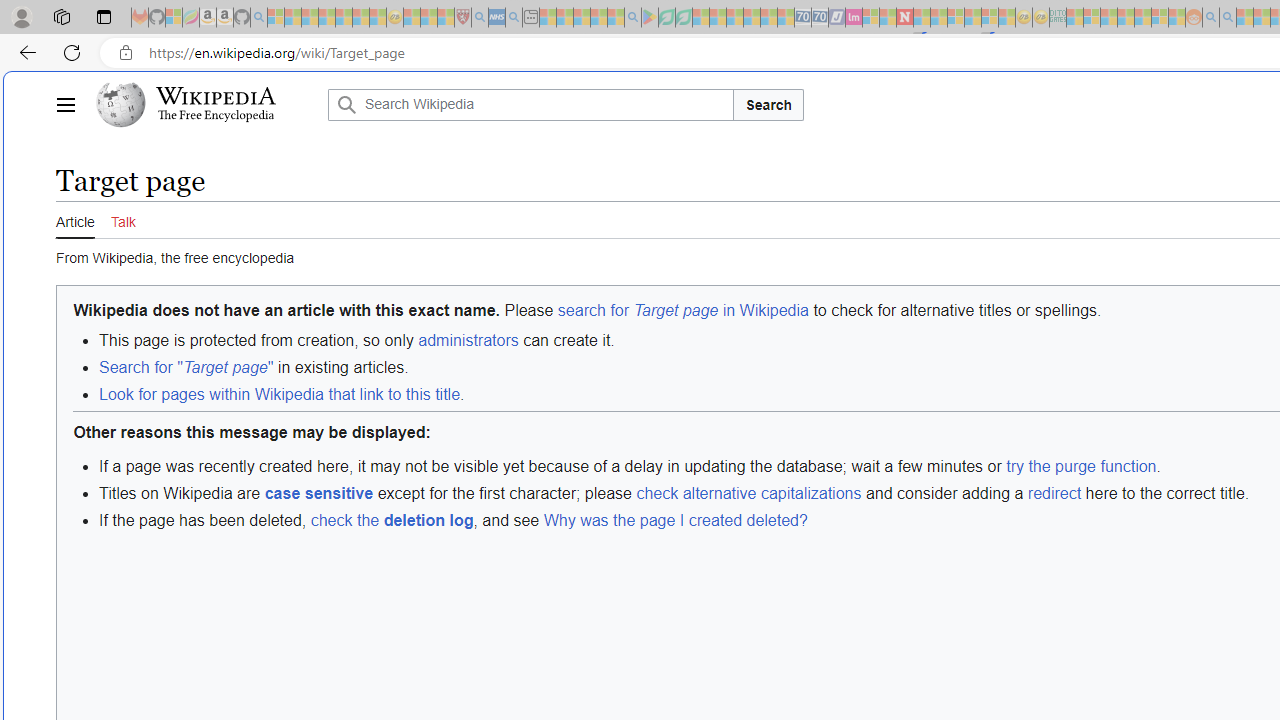  Describe the element at coordinates (1227, 17) in the screenshot. I see `'Utah sues federal government - Search - Sleeping'` at that location.